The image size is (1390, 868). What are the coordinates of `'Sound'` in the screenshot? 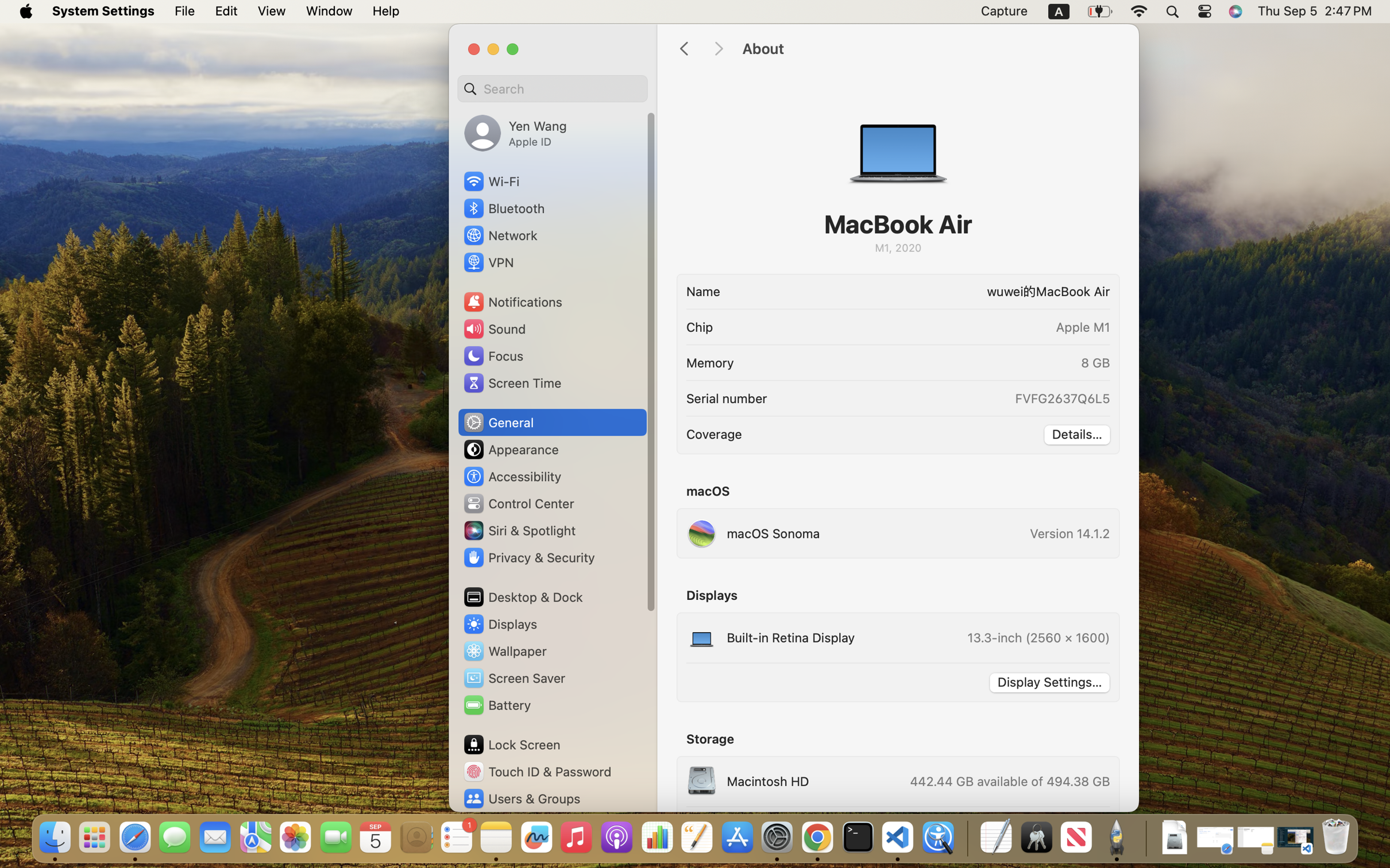 It's located at (494, 328).